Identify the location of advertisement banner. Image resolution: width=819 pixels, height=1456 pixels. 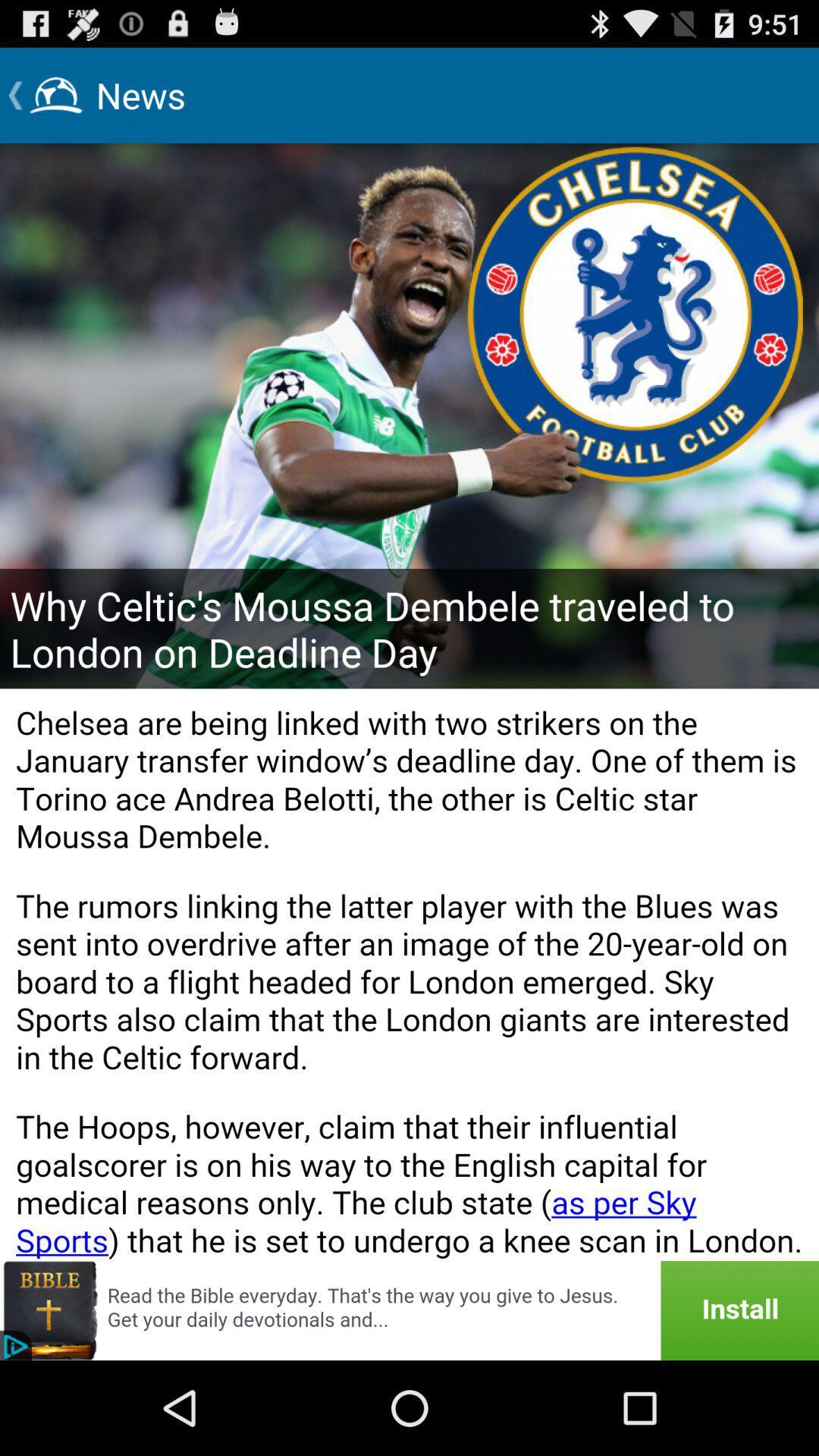
(409, 1310).